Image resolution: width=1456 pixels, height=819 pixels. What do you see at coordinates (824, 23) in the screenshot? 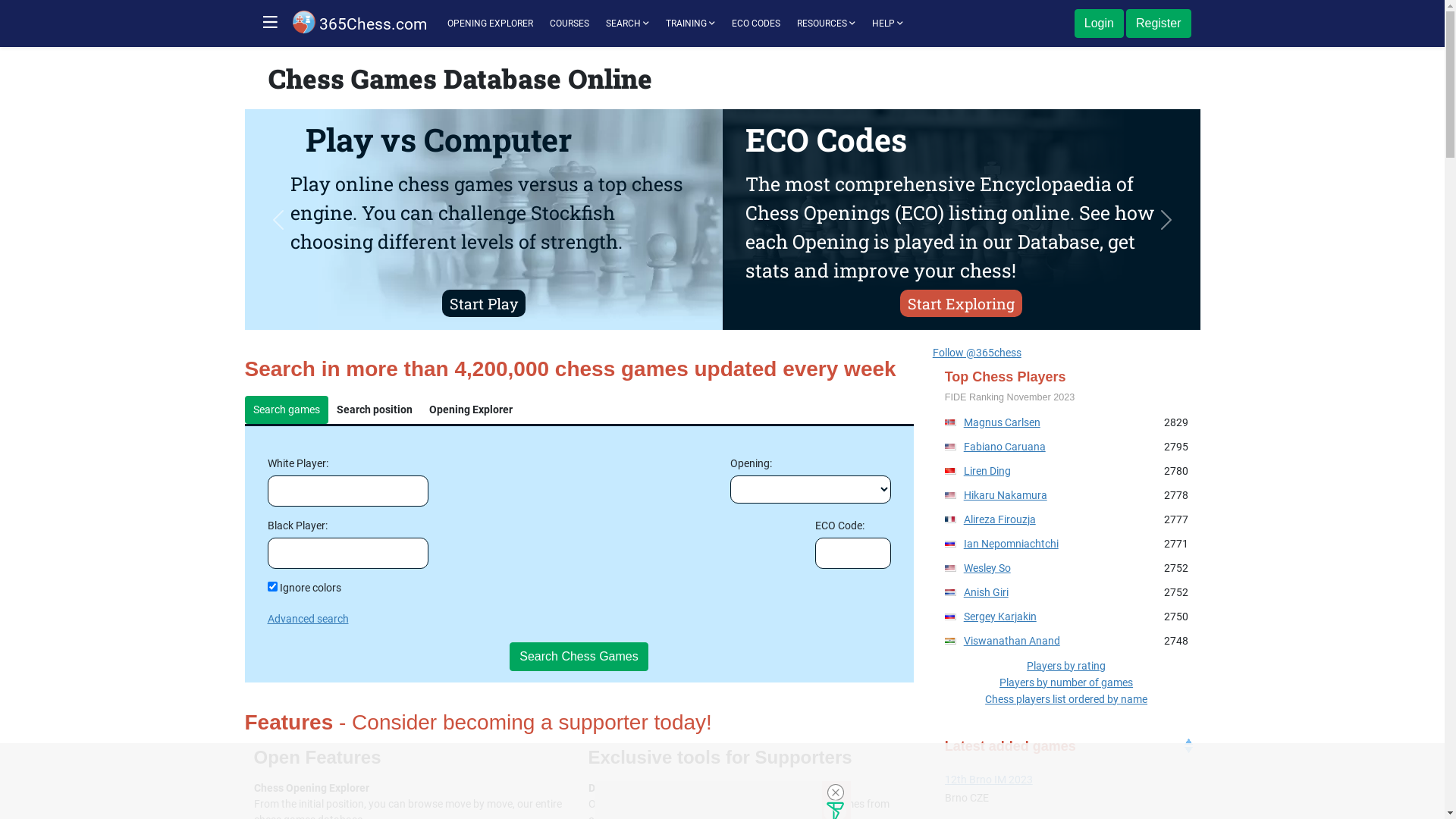
I see `'RESOURCES'` at bounding box center [824, 23].